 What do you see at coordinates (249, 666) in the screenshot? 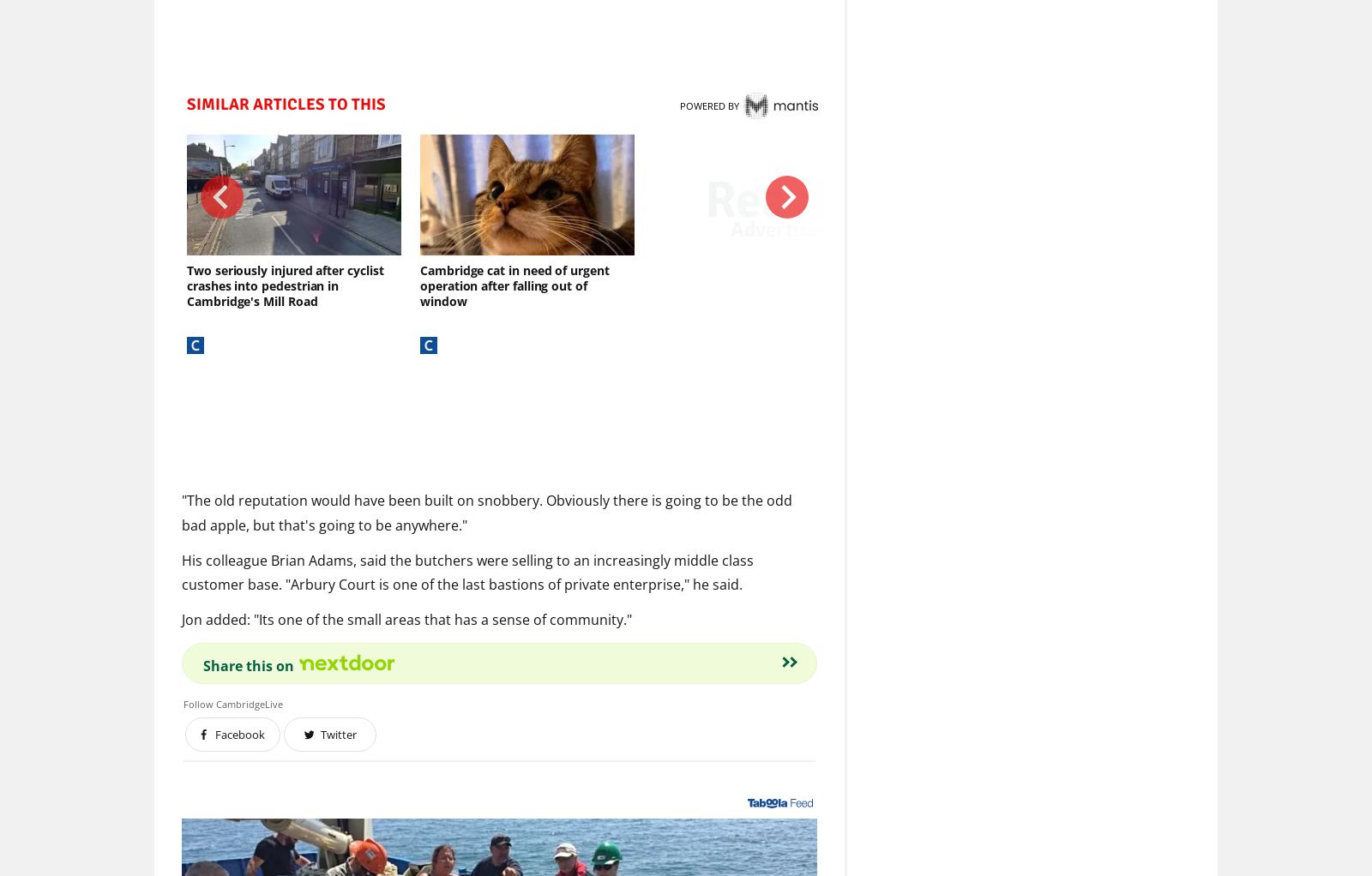
I see `'Share this on'` at bounding box center [249, 666].